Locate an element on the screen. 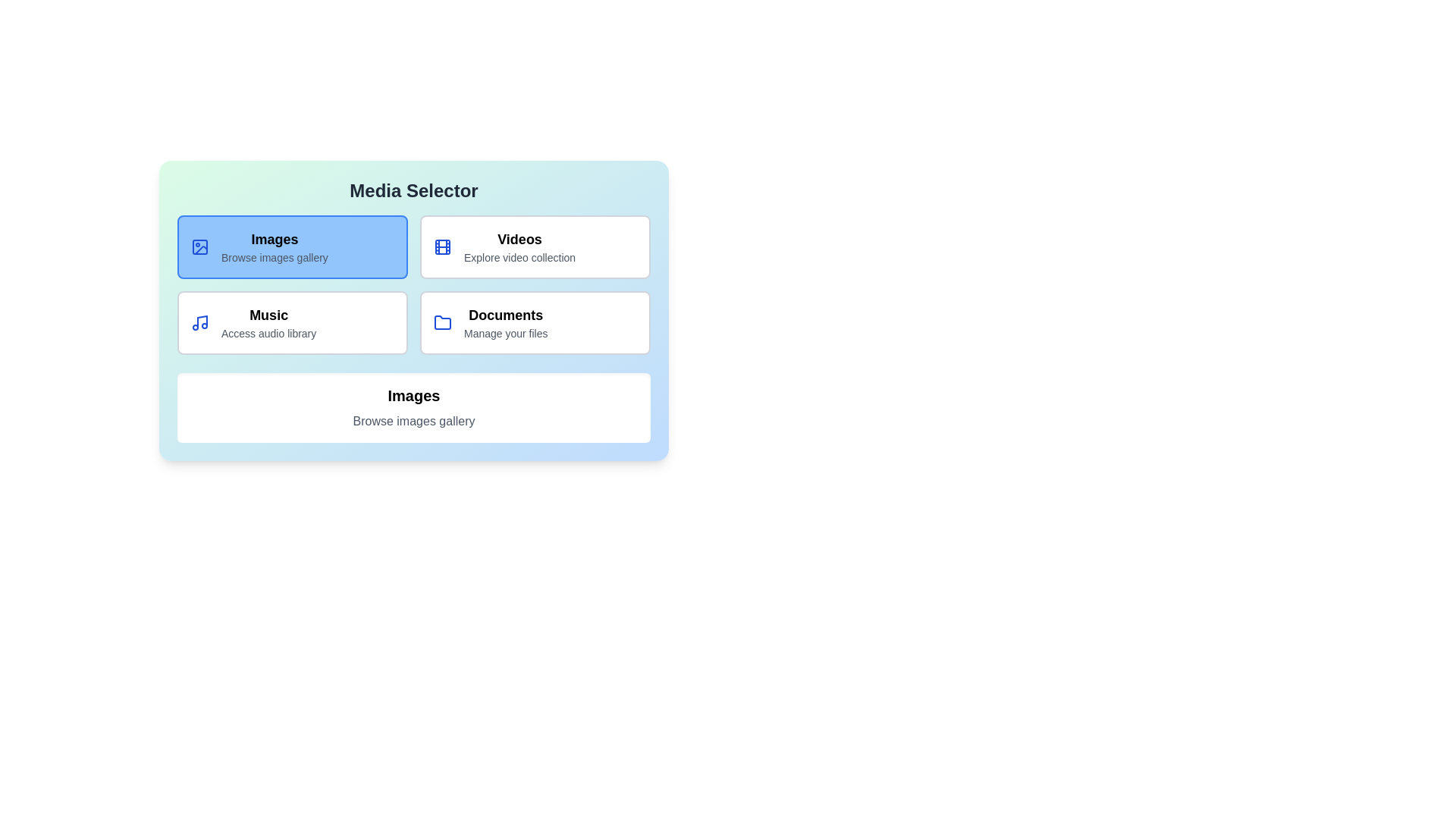 The height and width of the screenshot is (819, 1456). the media card corresponding to Music is located at coordinates (292, 322).